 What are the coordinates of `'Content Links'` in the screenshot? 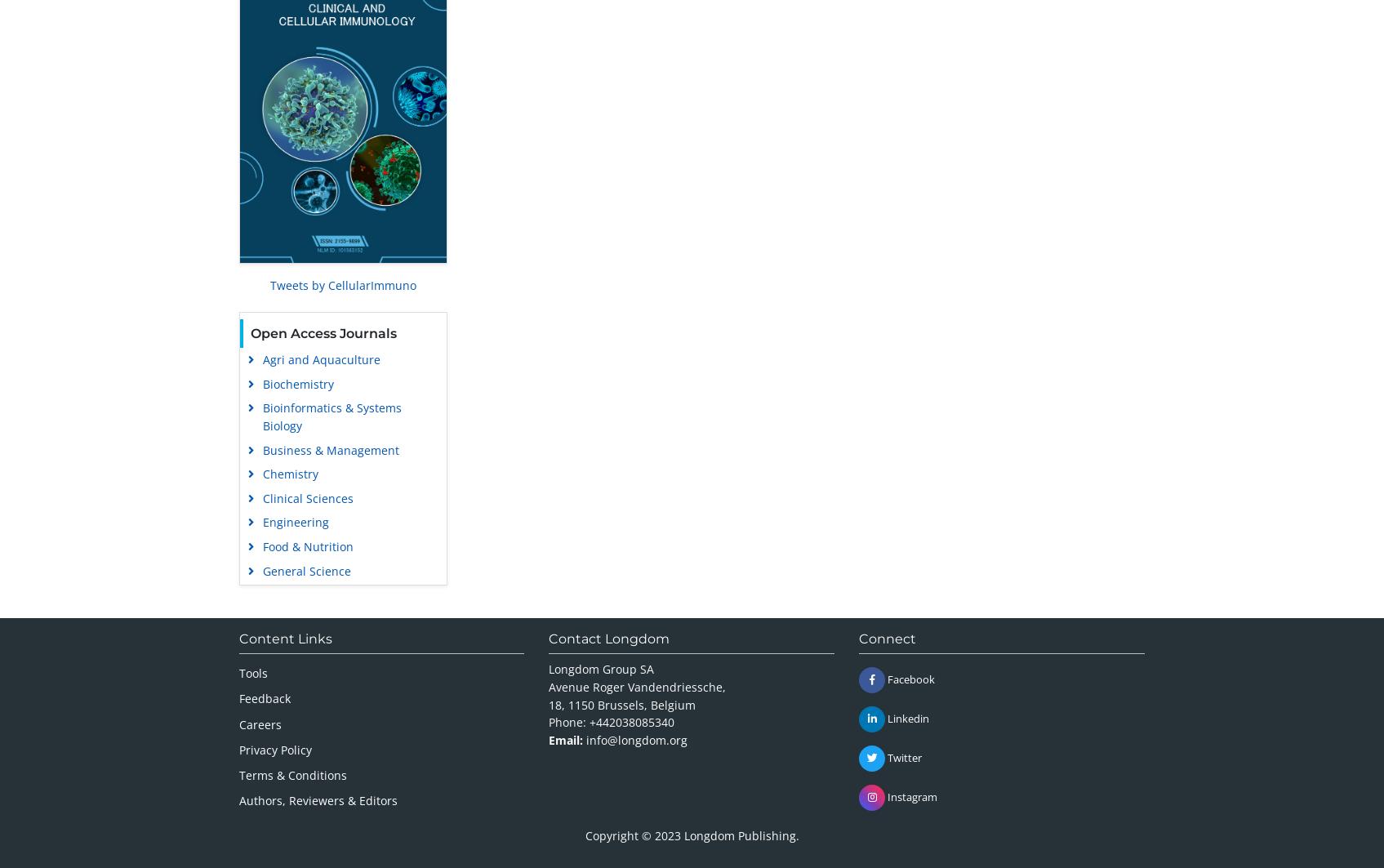 It's located at (284, 638).